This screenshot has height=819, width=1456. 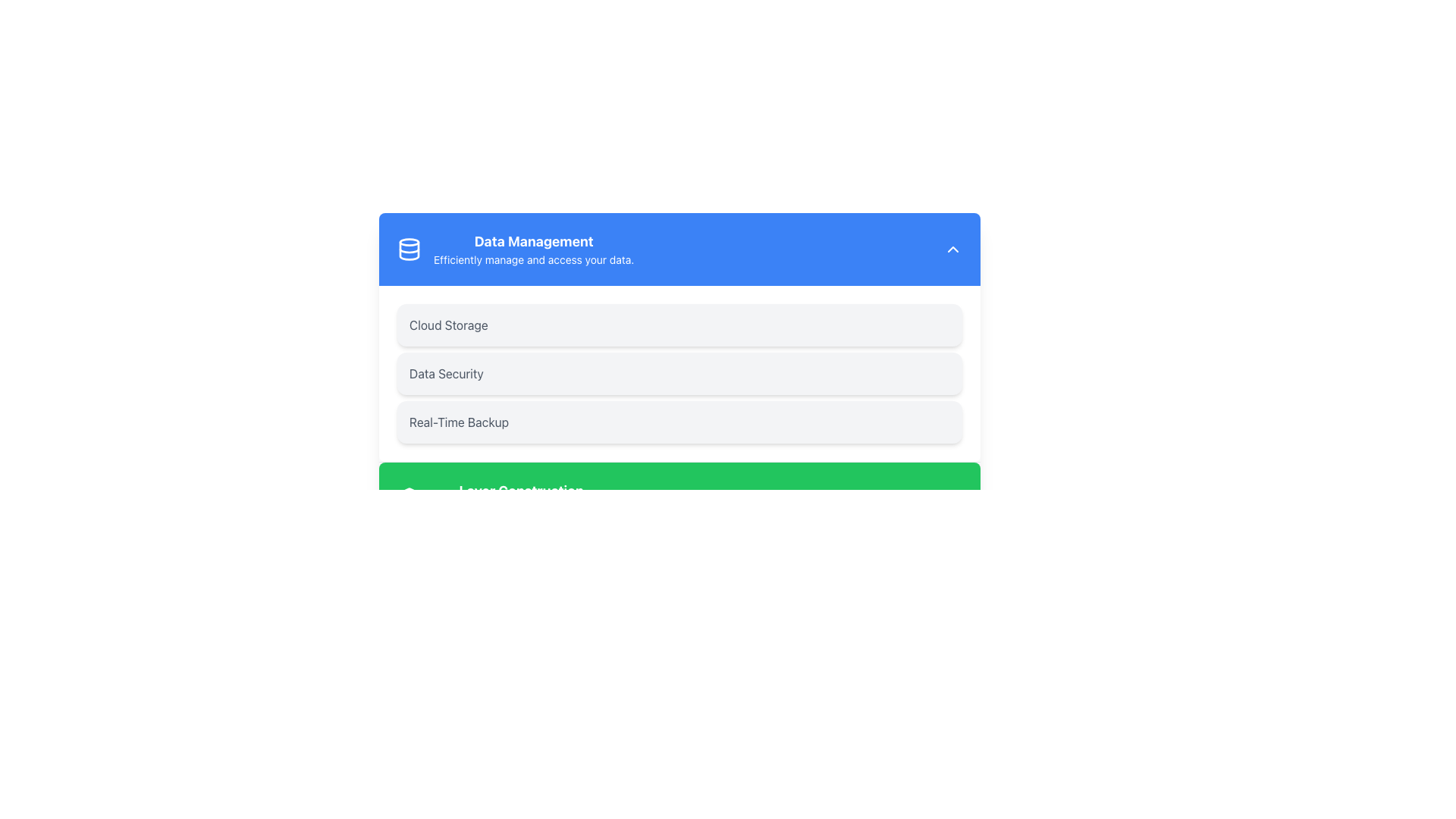 What do you see at coordinates (409, 241) in the screenshot?
I see `the Decorative Ellipse component of the logo graphic for the 'Data Management' section, which is positioned at the top-center of the displayed card` at bounding box center [409, 241].